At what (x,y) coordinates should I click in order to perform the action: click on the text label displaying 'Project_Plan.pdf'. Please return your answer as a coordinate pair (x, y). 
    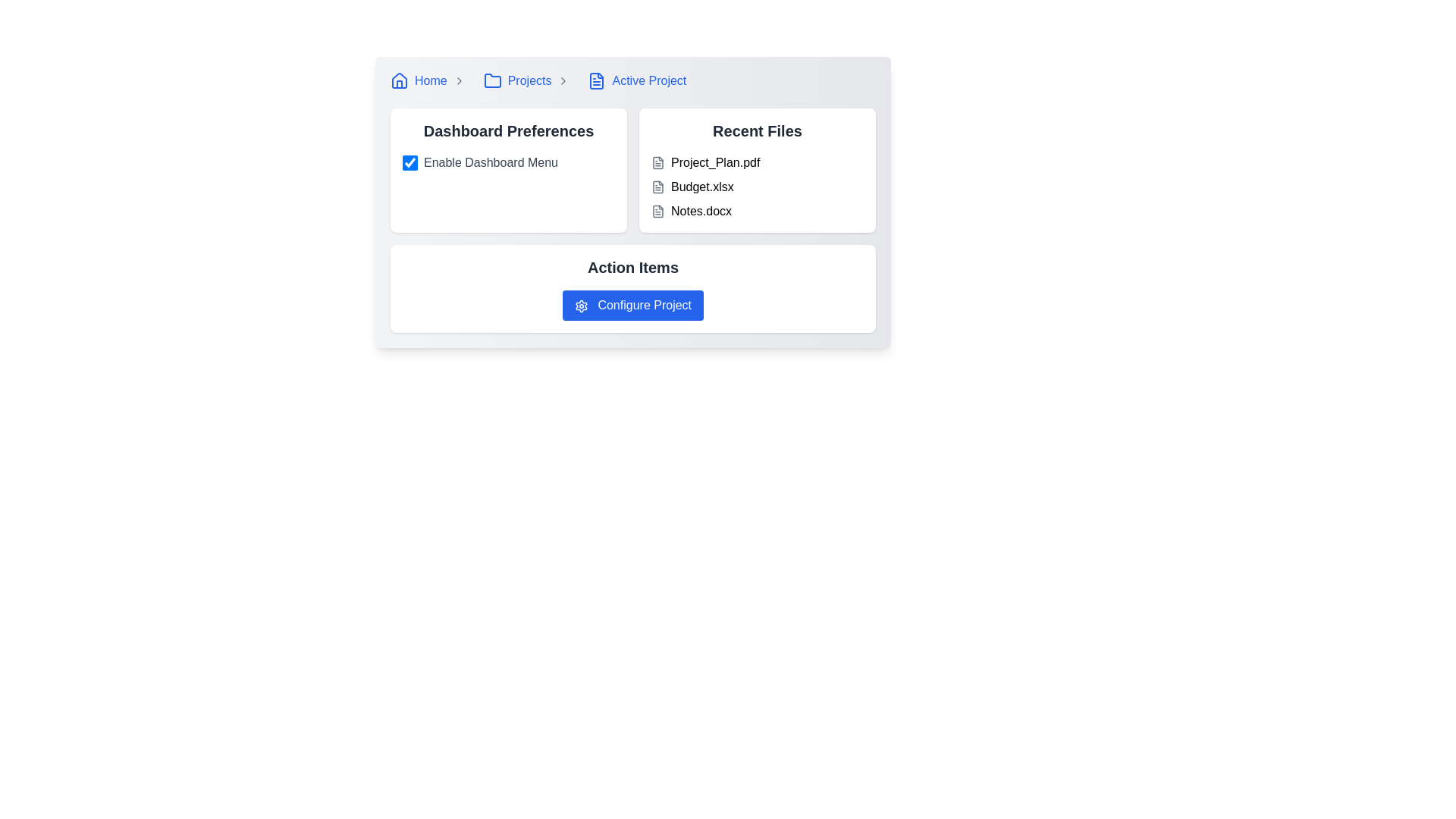
    Looking at the image, I should click on (757, 163).